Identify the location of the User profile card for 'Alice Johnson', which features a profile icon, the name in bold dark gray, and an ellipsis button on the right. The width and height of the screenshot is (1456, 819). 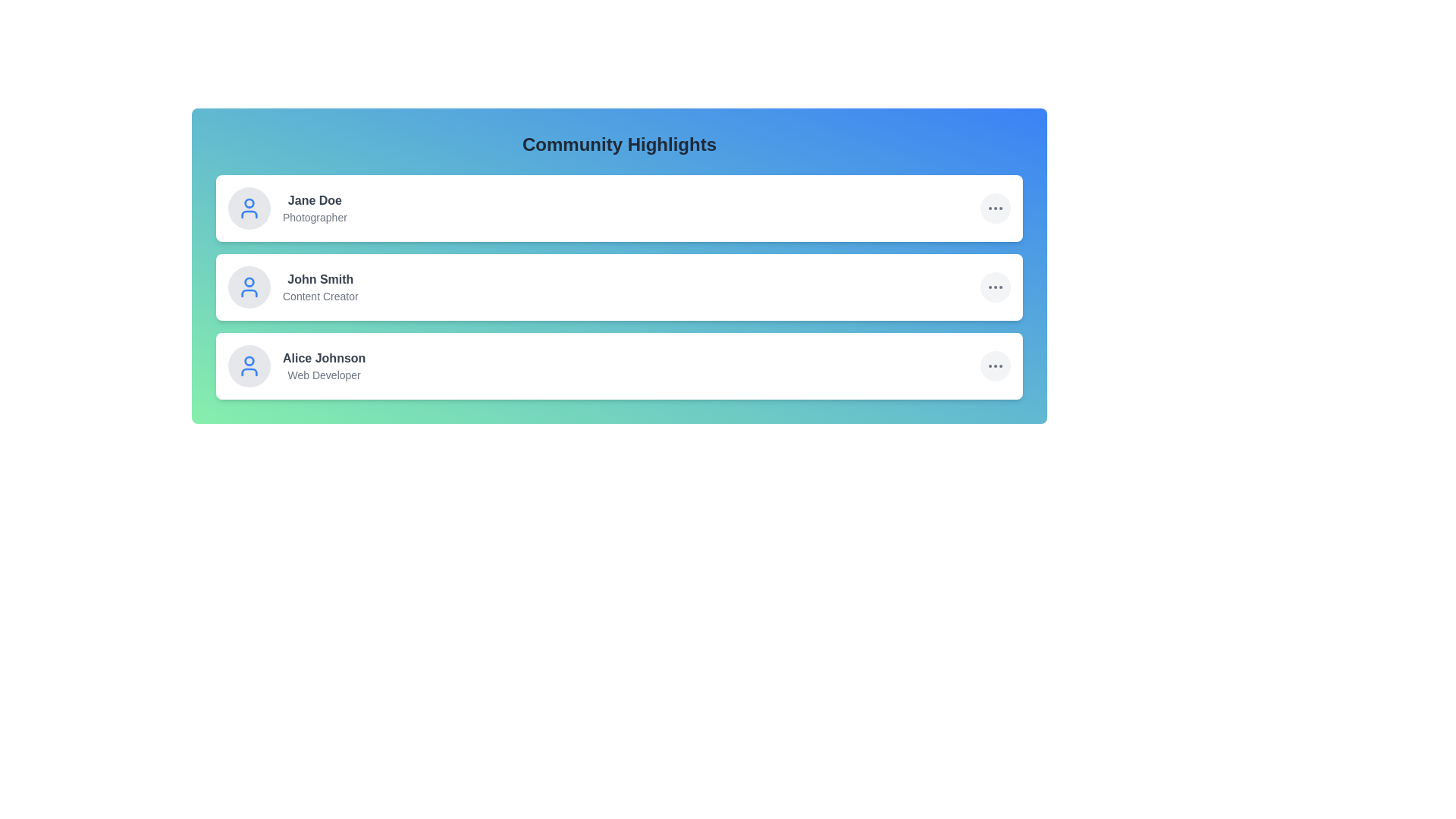
(619, 366).